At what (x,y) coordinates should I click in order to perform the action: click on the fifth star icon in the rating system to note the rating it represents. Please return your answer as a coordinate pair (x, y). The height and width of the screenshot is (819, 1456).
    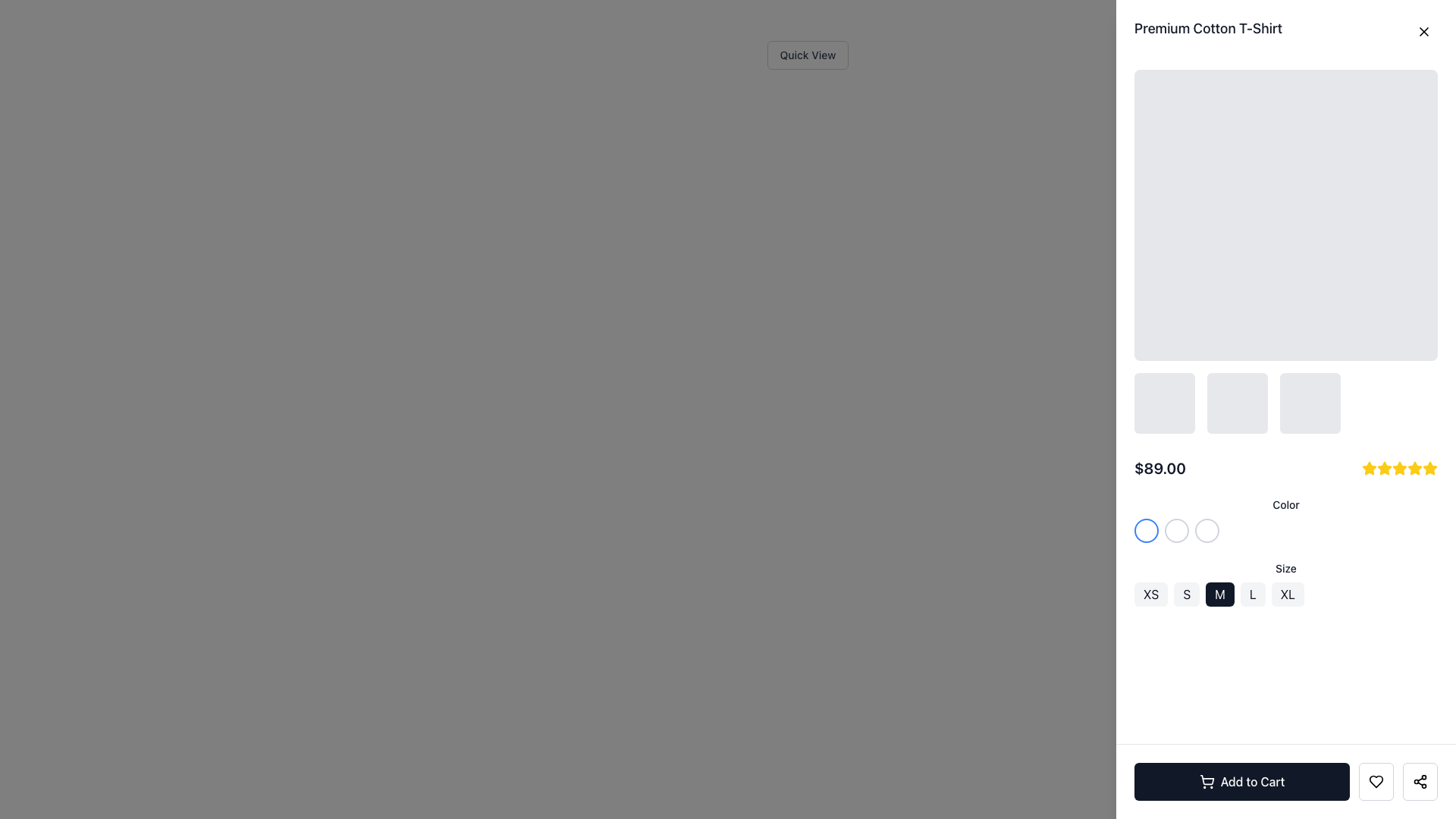
    Looking at the image, I should click on (1414, 467).